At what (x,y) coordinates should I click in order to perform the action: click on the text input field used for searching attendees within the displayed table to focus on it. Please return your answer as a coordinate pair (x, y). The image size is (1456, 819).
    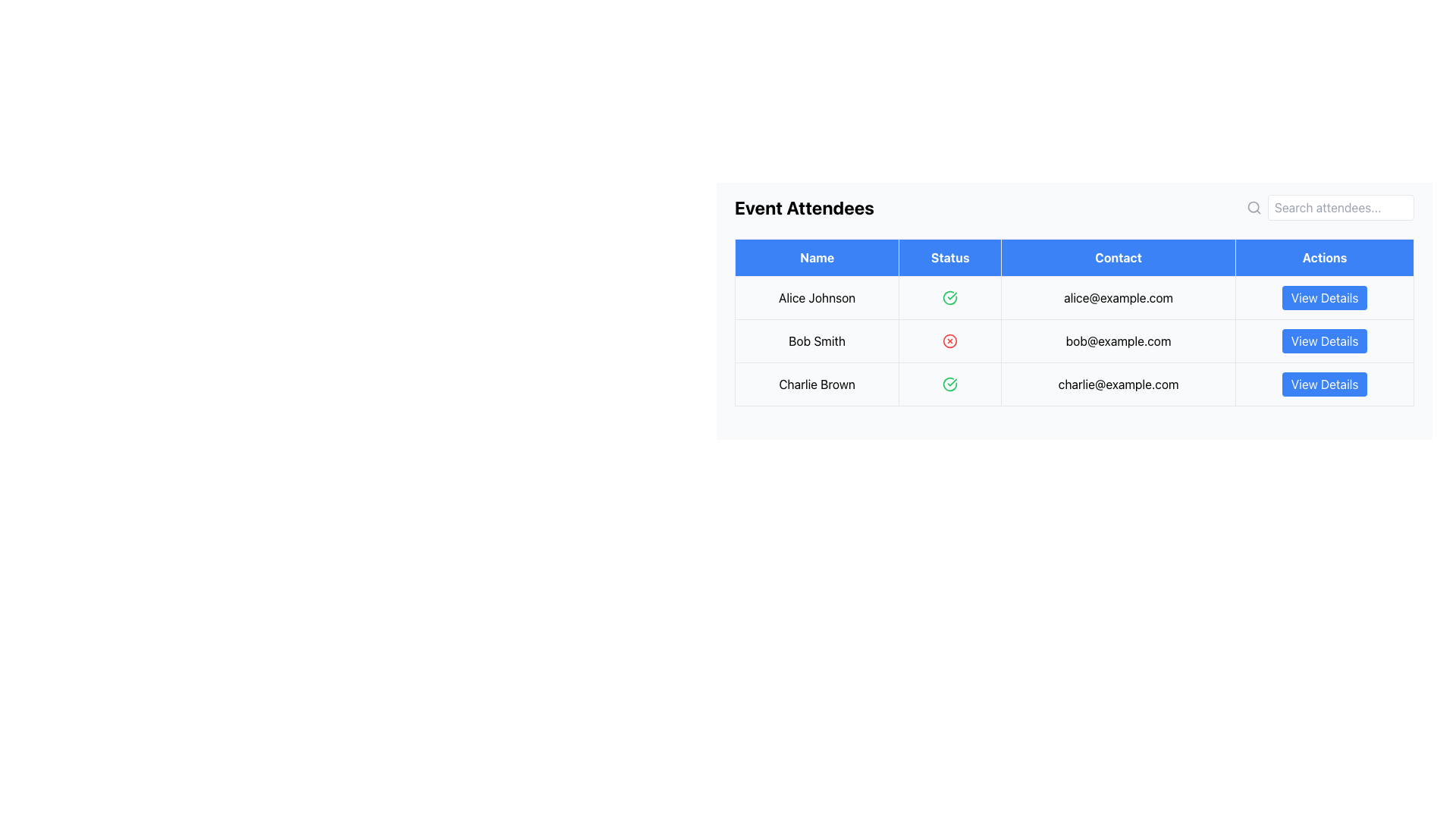
    Looking at the image, I should click on (1341, 207).